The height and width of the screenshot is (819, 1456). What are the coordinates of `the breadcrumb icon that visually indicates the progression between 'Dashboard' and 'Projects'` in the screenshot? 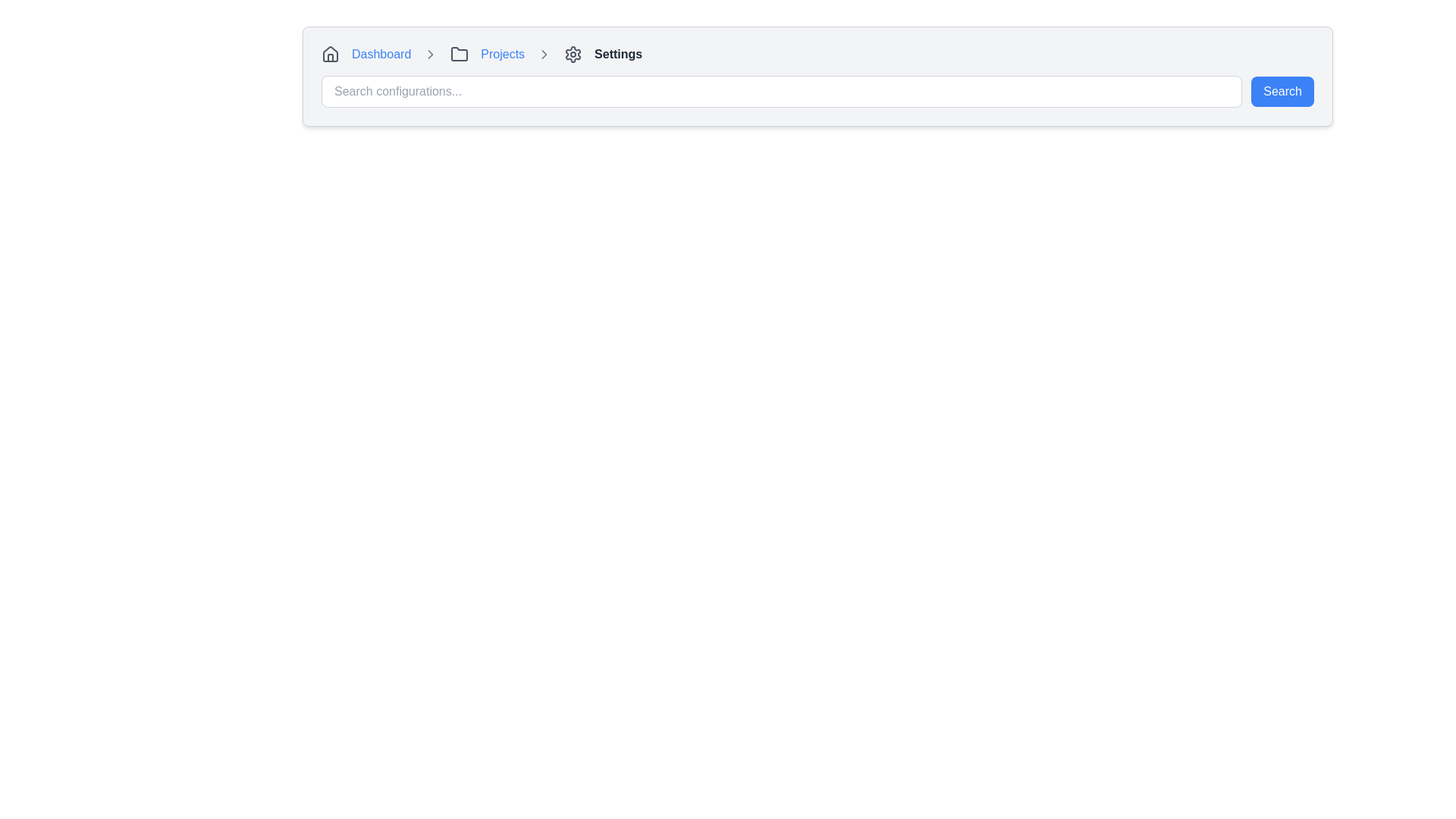 It's located at (430, 54).